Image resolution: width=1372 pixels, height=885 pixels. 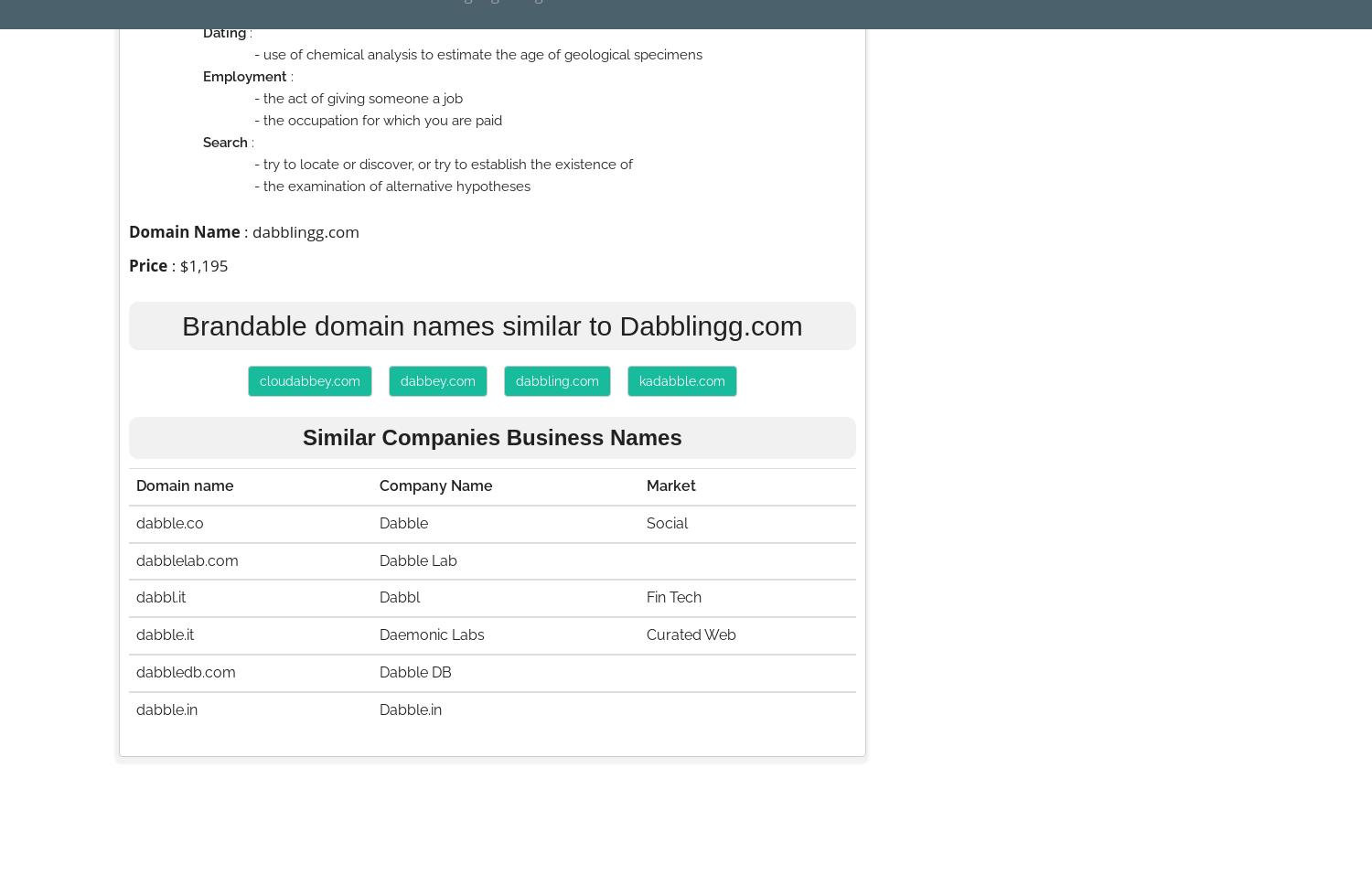 What do you see at coordinates (202, 33) in the screenshot?
I see `'Dating'` at bounding box center [202, 33].